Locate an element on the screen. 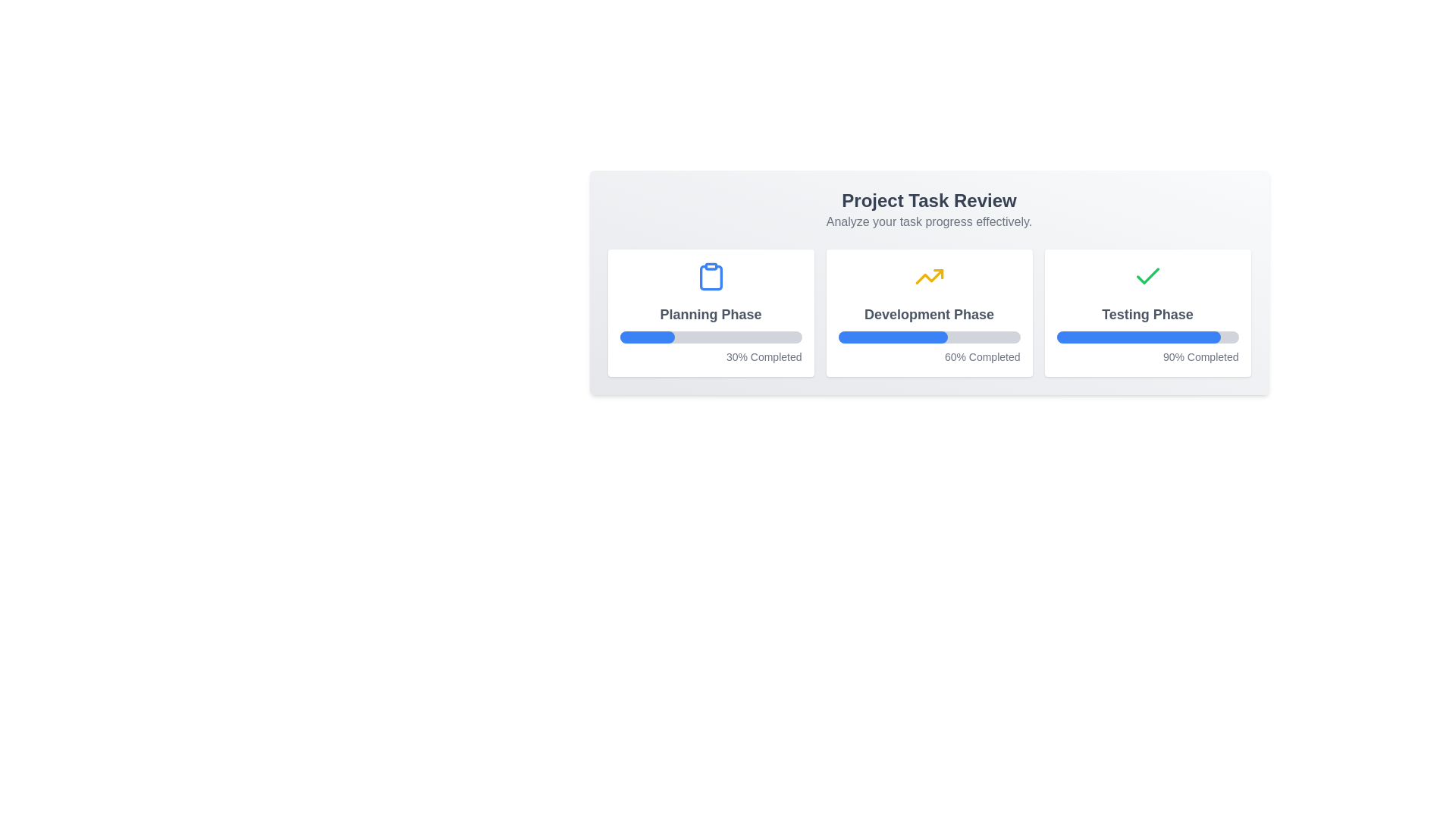 The image size is (1456, 819). the text label 'Development Phase' which is styled in bold and positioned in the middle card of three horizontal cards is located at coordinates (928, 314).